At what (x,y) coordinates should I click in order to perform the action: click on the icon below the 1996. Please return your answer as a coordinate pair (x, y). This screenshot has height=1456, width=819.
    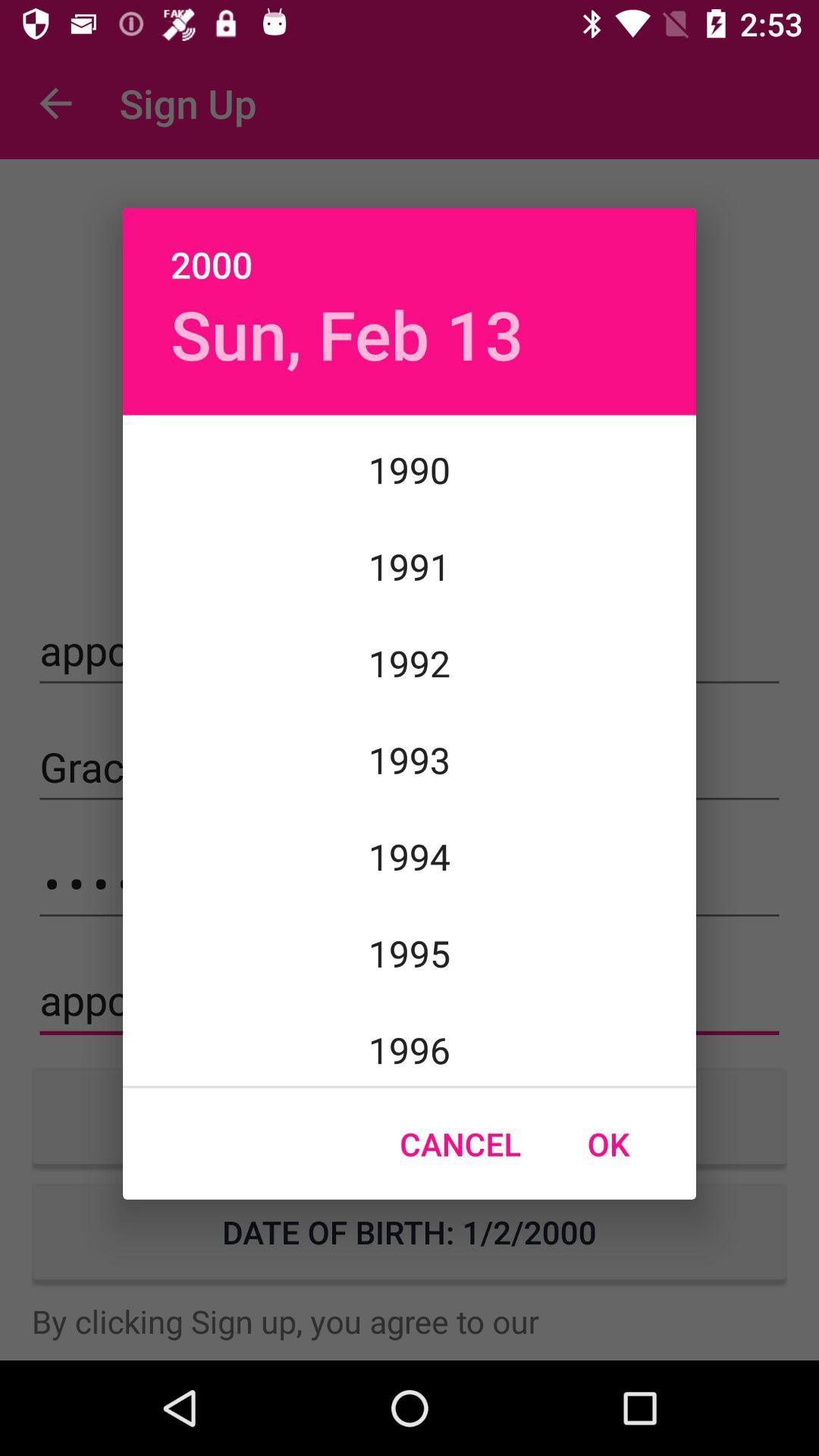
    Looking at the image, I should click on (607, 1144).